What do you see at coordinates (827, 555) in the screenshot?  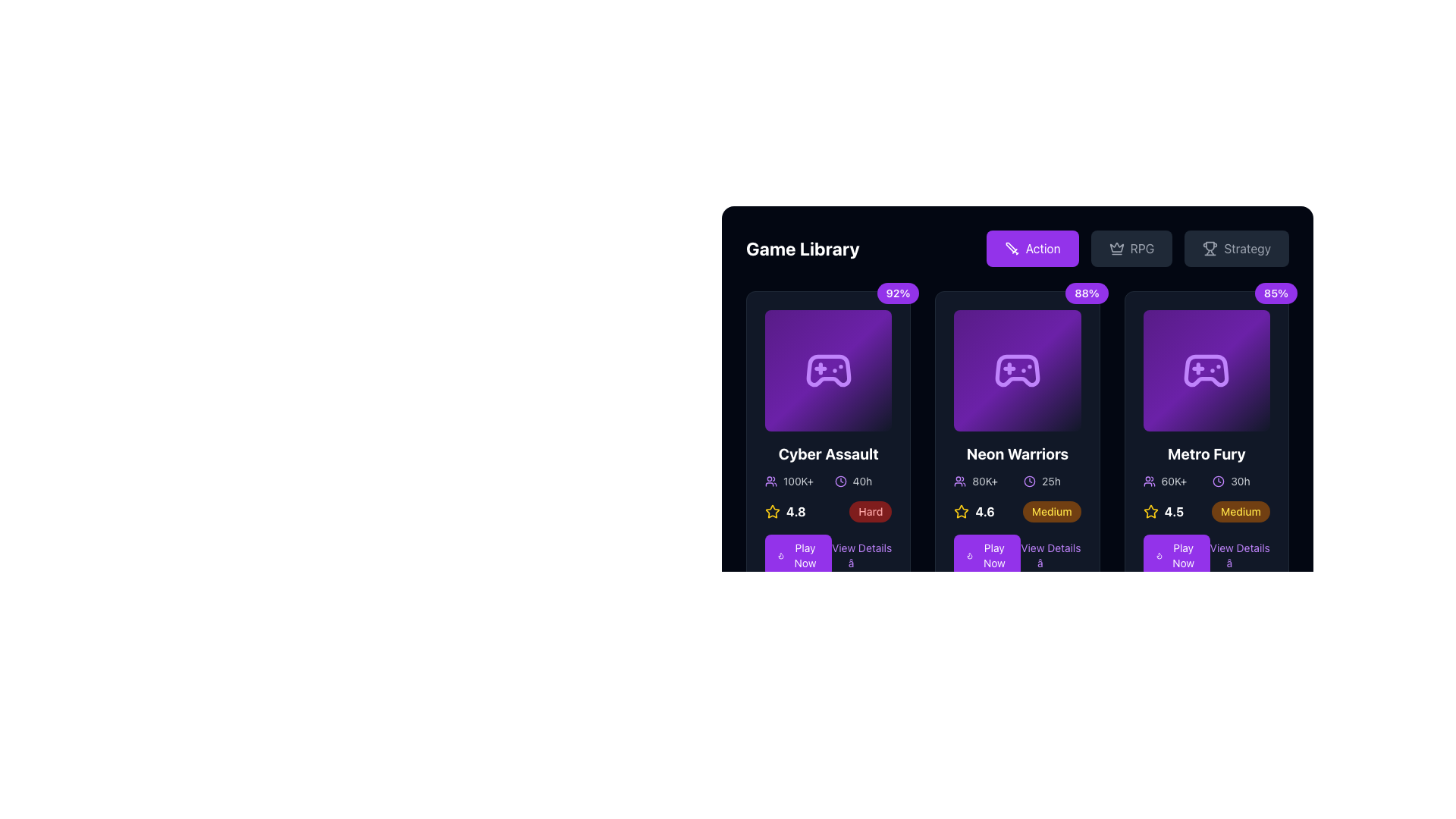 I see `the 'View Details →' hyperlink located at the bottom right of the 'Cyber Assault' card in the 'Game Library' section` at bounding box center [827, 555].